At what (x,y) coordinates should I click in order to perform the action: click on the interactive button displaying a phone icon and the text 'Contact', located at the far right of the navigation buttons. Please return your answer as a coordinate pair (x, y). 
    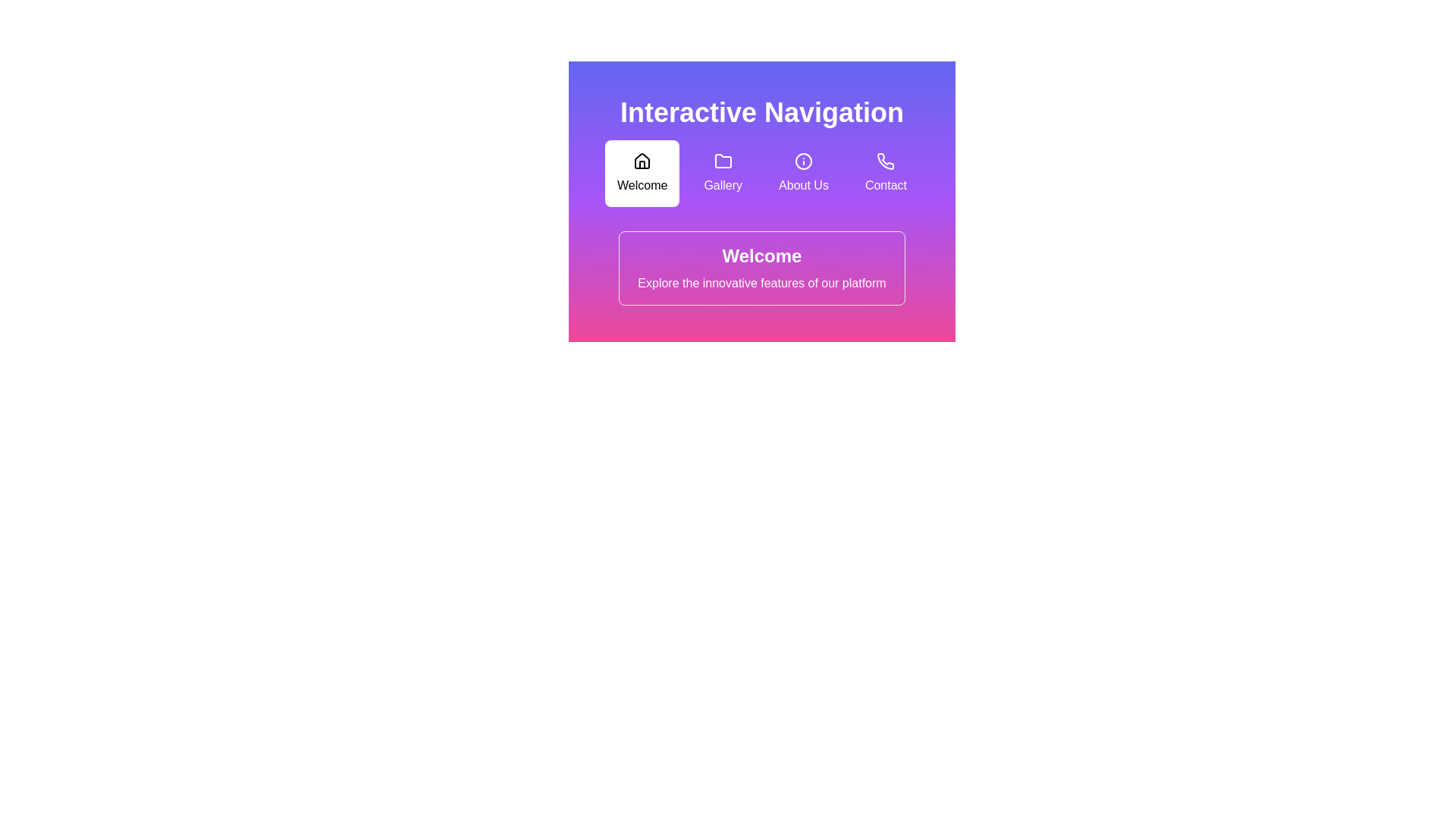
    Looking at the image, I should click on (886, 172).